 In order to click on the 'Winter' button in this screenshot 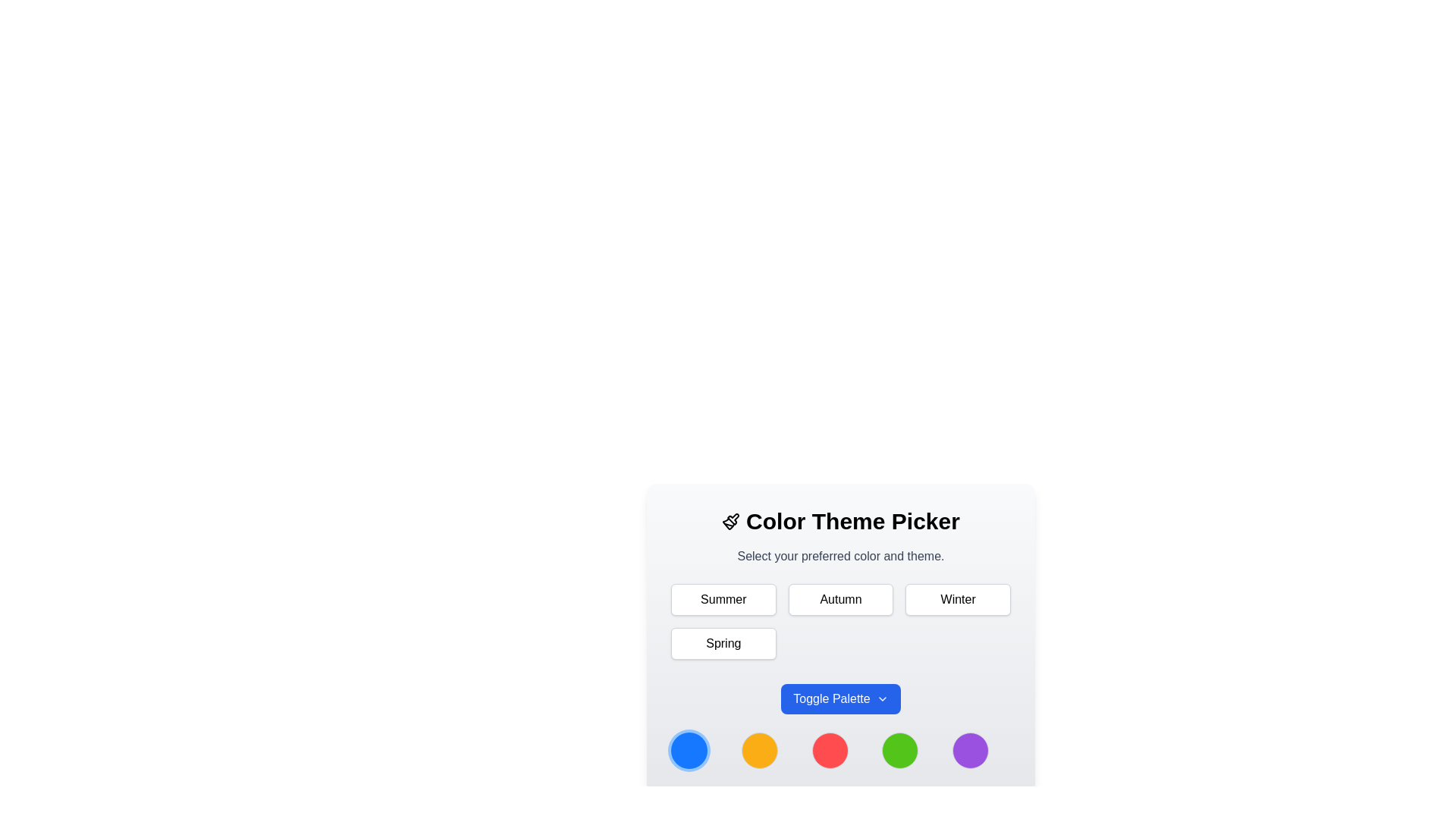, I will do `click(957, 598)`.